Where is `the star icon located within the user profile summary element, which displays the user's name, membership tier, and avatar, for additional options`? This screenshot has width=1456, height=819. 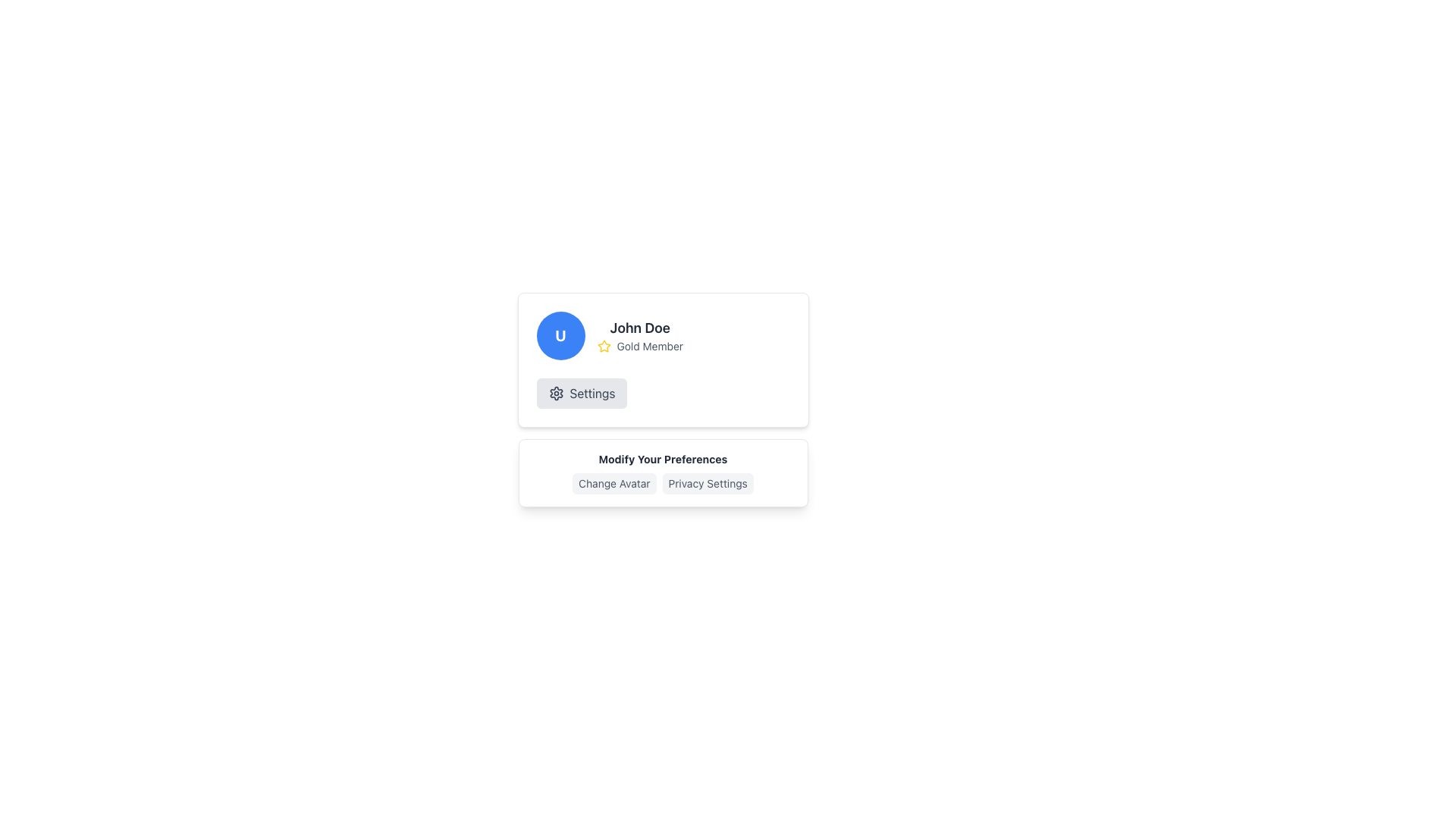 the star icon located within the user profile summary element, which displays the user's name, membership tier, and avatar, for additional options is located at coordinates (663, 335).